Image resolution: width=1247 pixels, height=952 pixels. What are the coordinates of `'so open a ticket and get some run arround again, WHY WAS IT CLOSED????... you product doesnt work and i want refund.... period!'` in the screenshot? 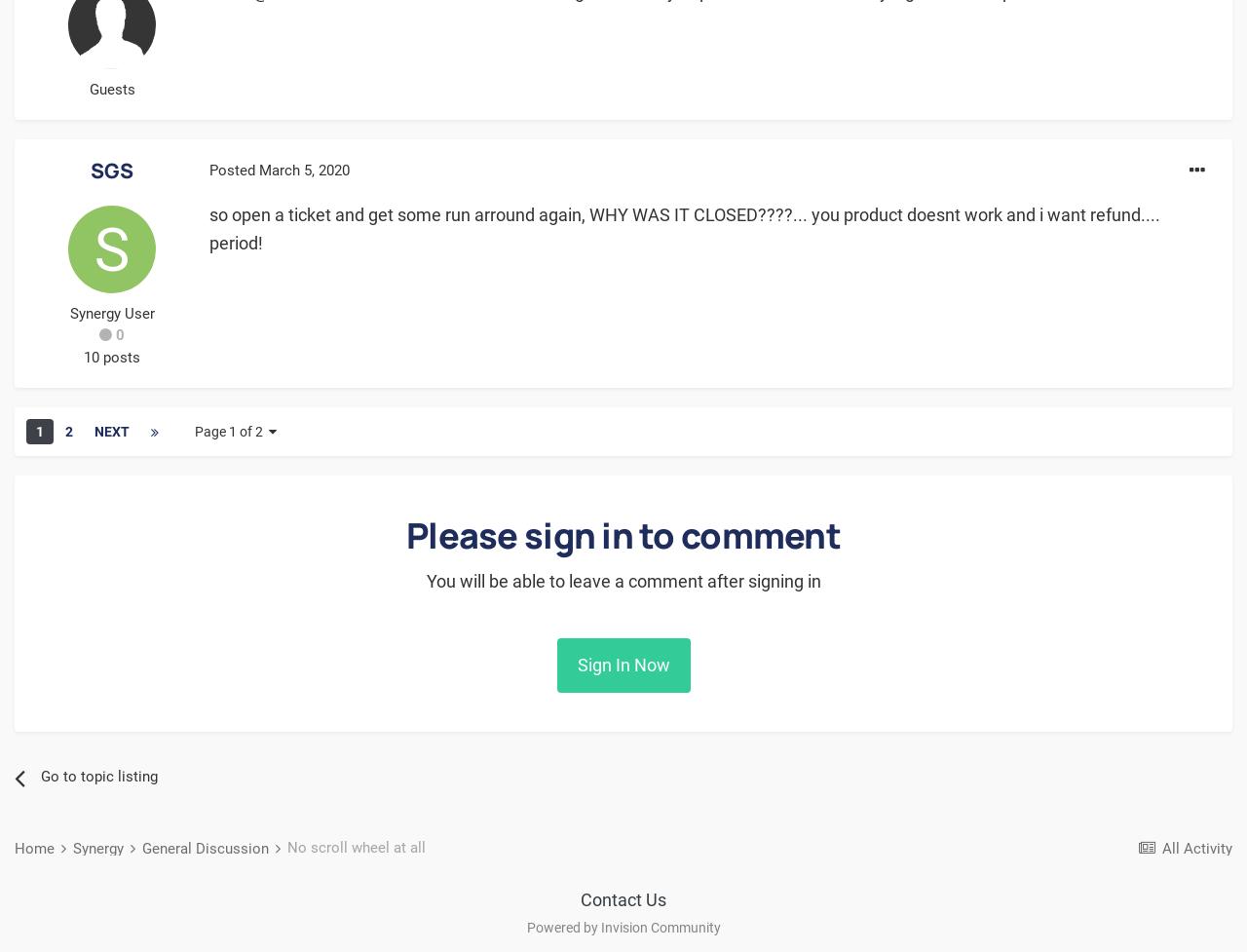 It's located at (684, 227).